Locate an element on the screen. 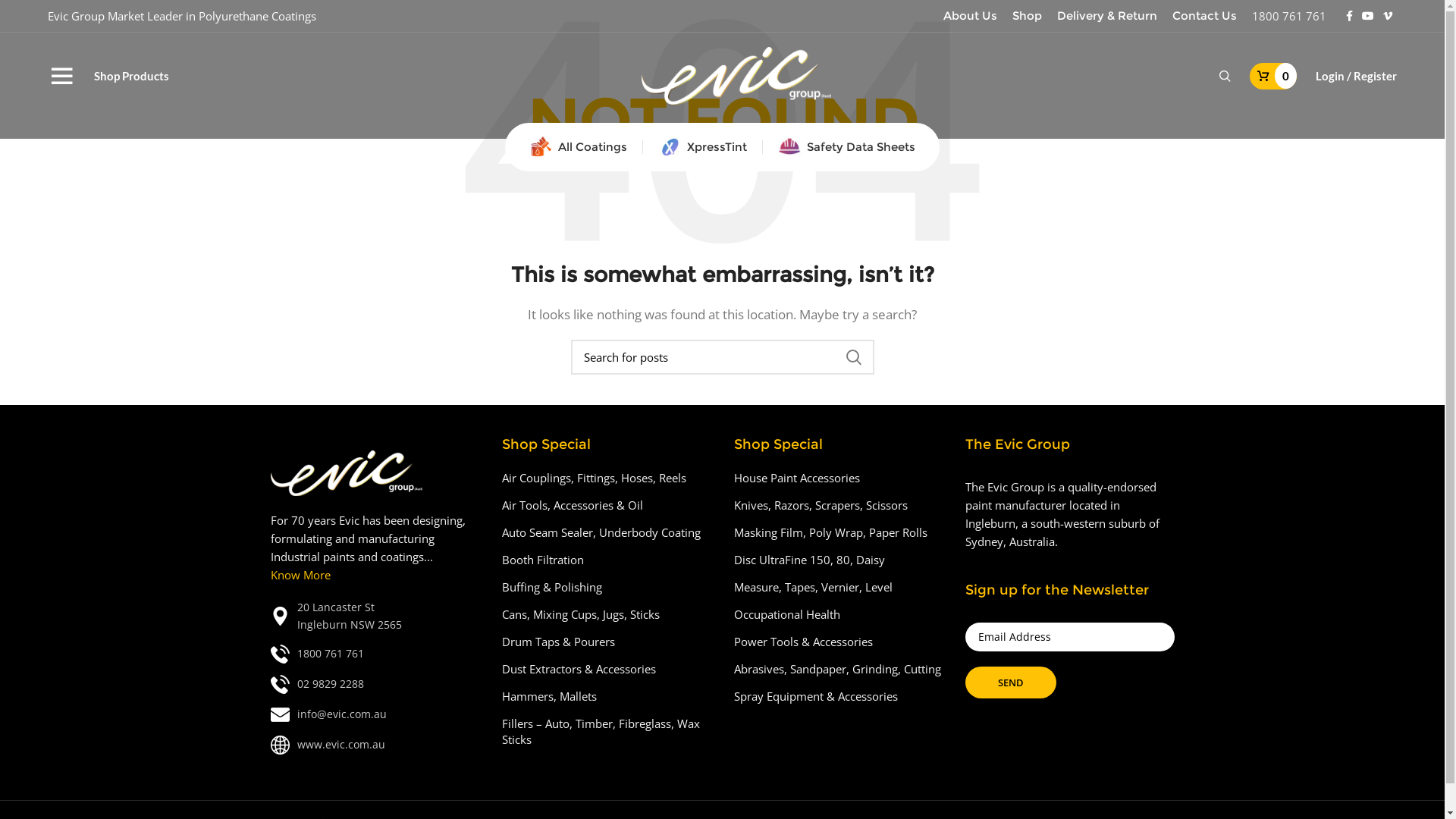  'Know More' is located at coordinates (300, 575).